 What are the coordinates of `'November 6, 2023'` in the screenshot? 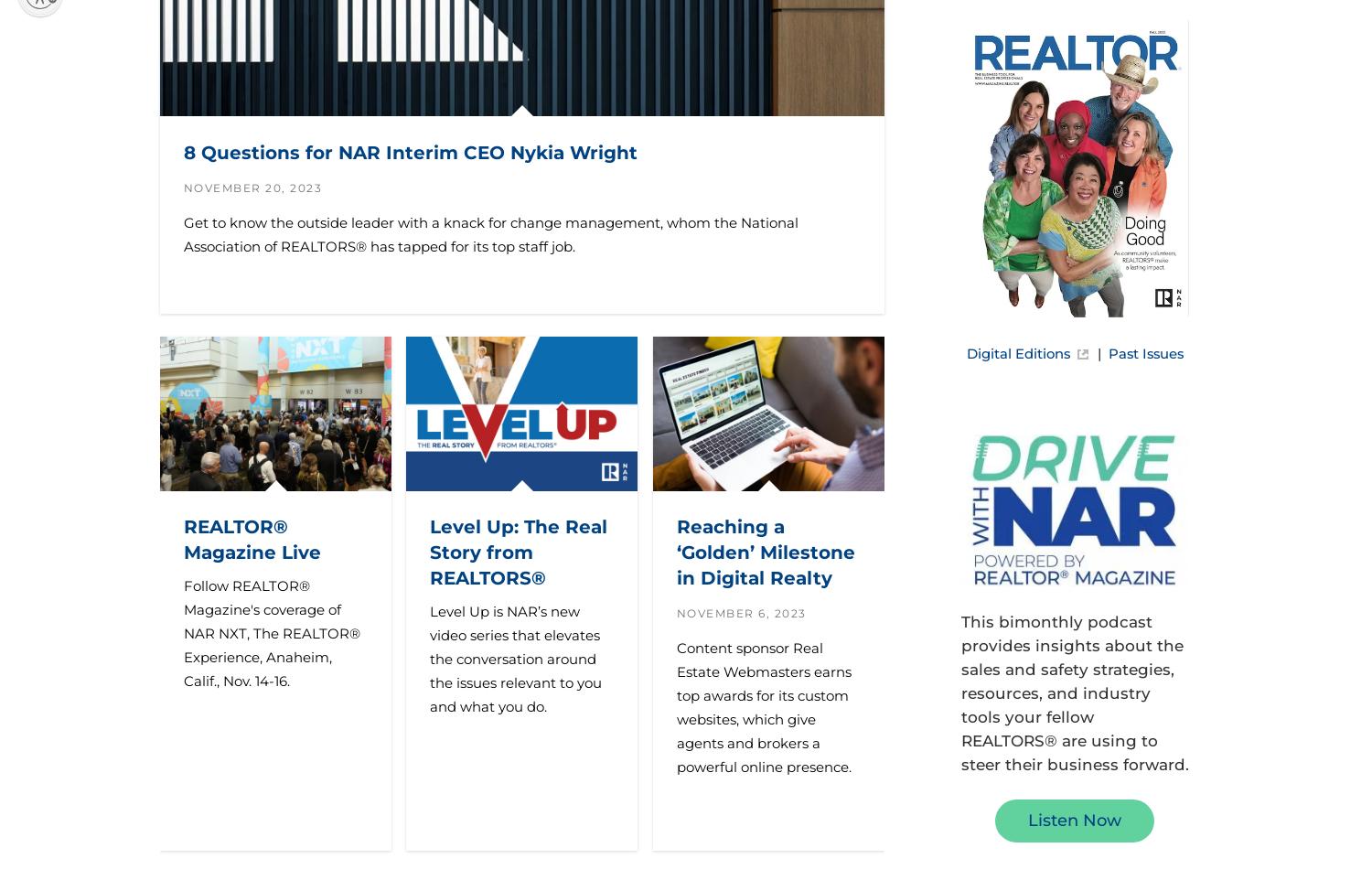 It's located at (741, 613).